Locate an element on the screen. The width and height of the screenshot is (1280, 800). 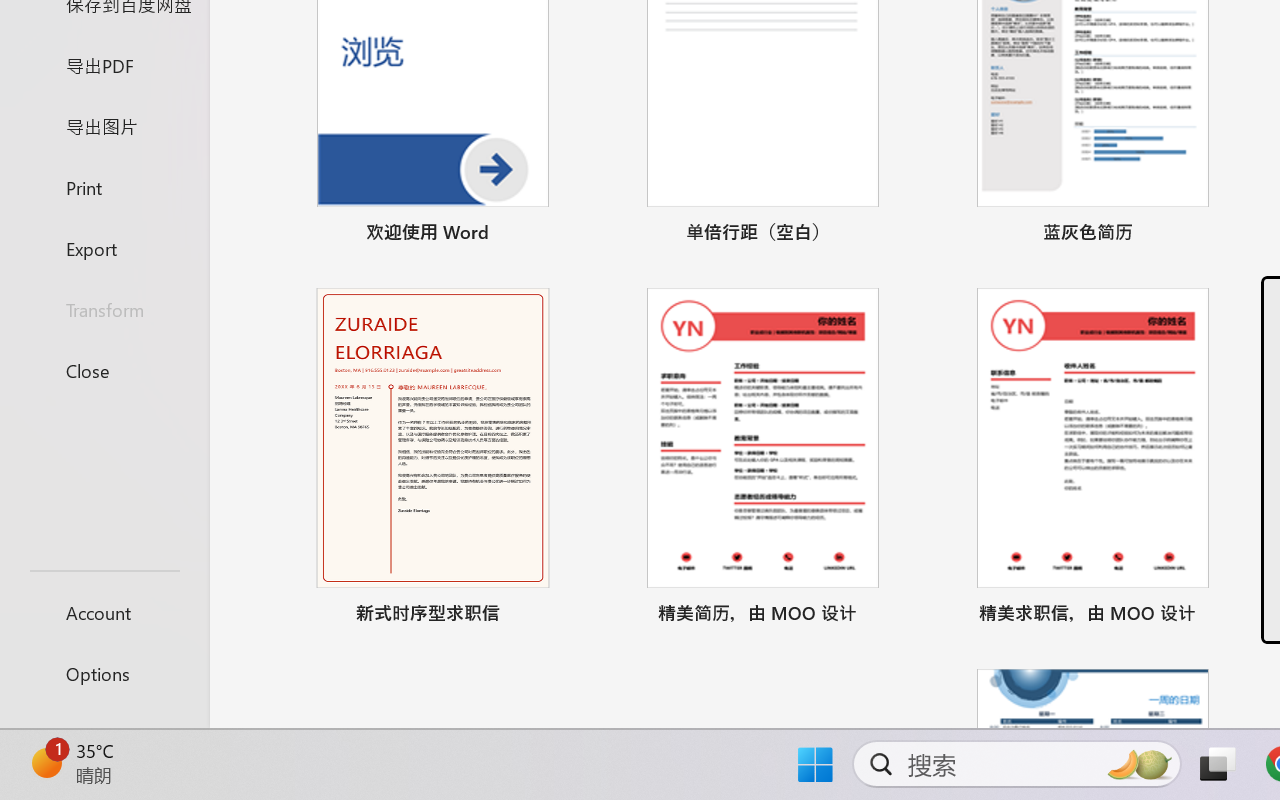
'Options' is located at coordinates (103, 673).